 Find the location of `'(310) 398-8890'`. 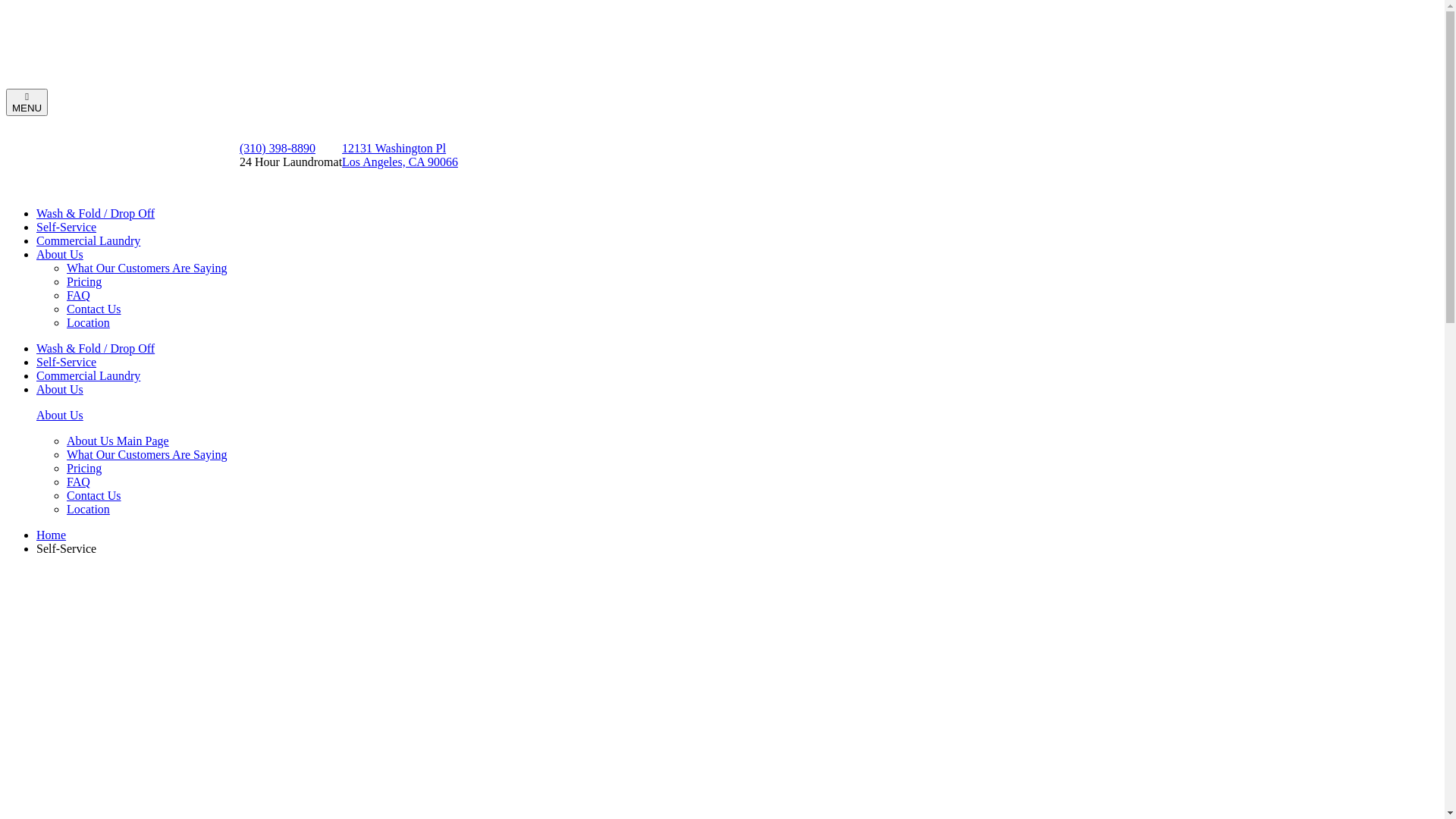

'(310) 398-8890' is located at coordinates (239, 148).